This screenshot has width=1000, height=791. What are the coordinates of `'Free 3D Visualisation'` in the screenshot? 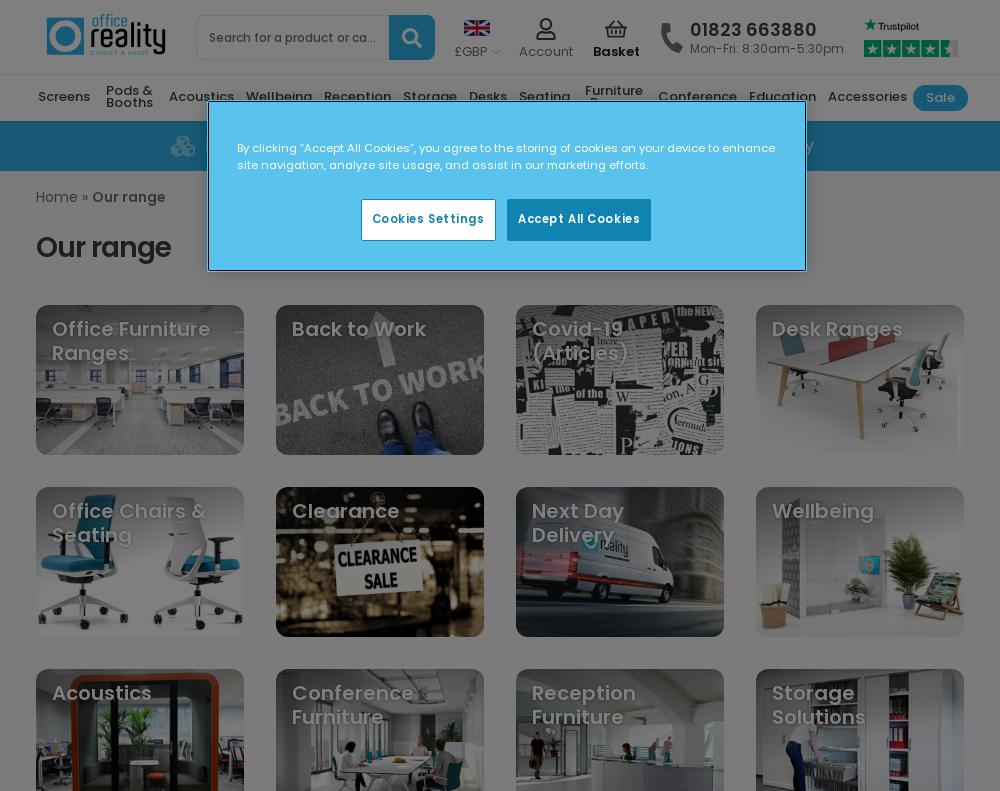 It's located at (284, 144).